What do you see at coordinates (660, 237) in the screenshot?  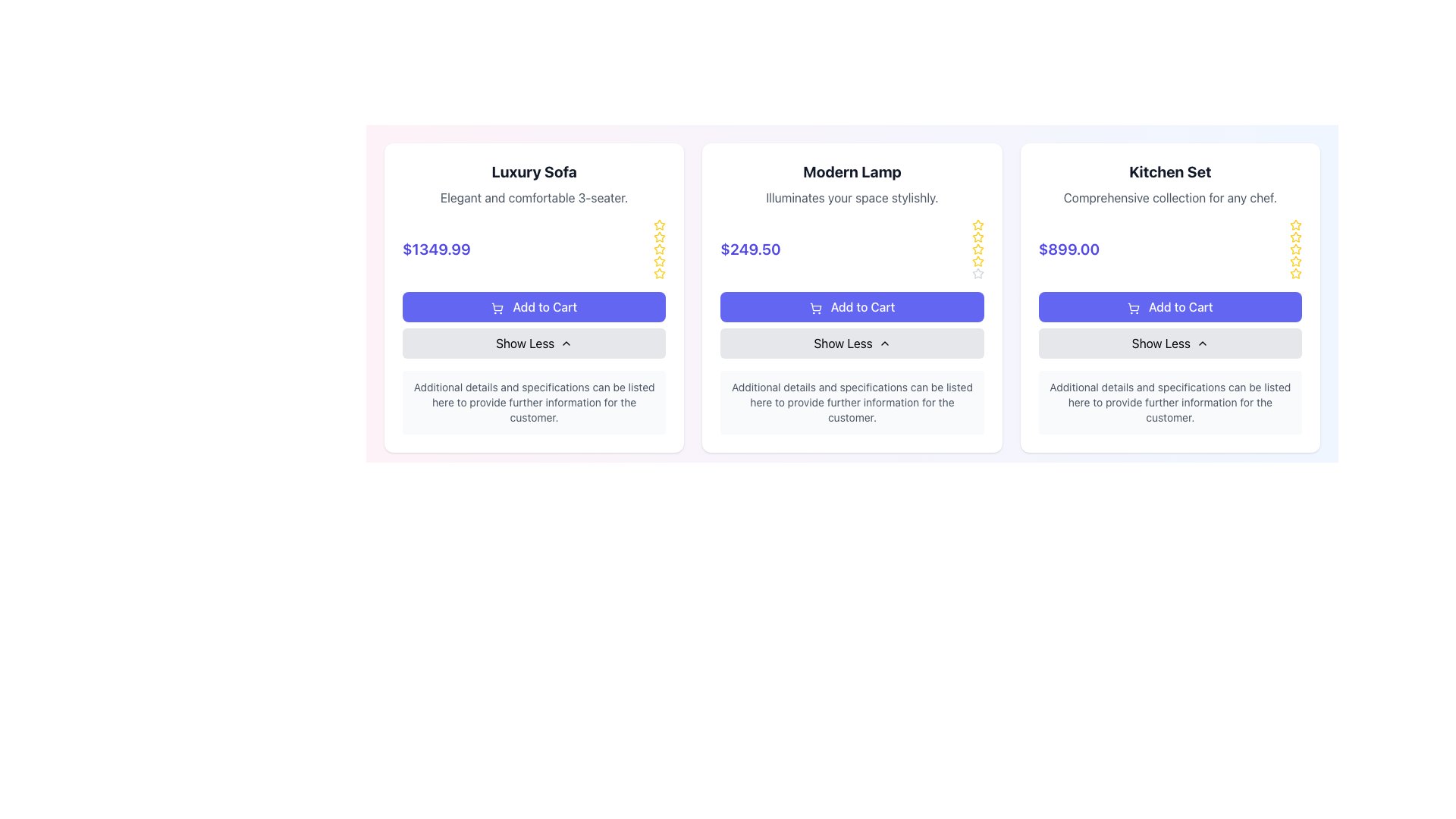 I see `the third yellow star icon in the vertical row of star icons on the right side of the 'Luxury Sofa' product card` at bounding box center [660, 237].